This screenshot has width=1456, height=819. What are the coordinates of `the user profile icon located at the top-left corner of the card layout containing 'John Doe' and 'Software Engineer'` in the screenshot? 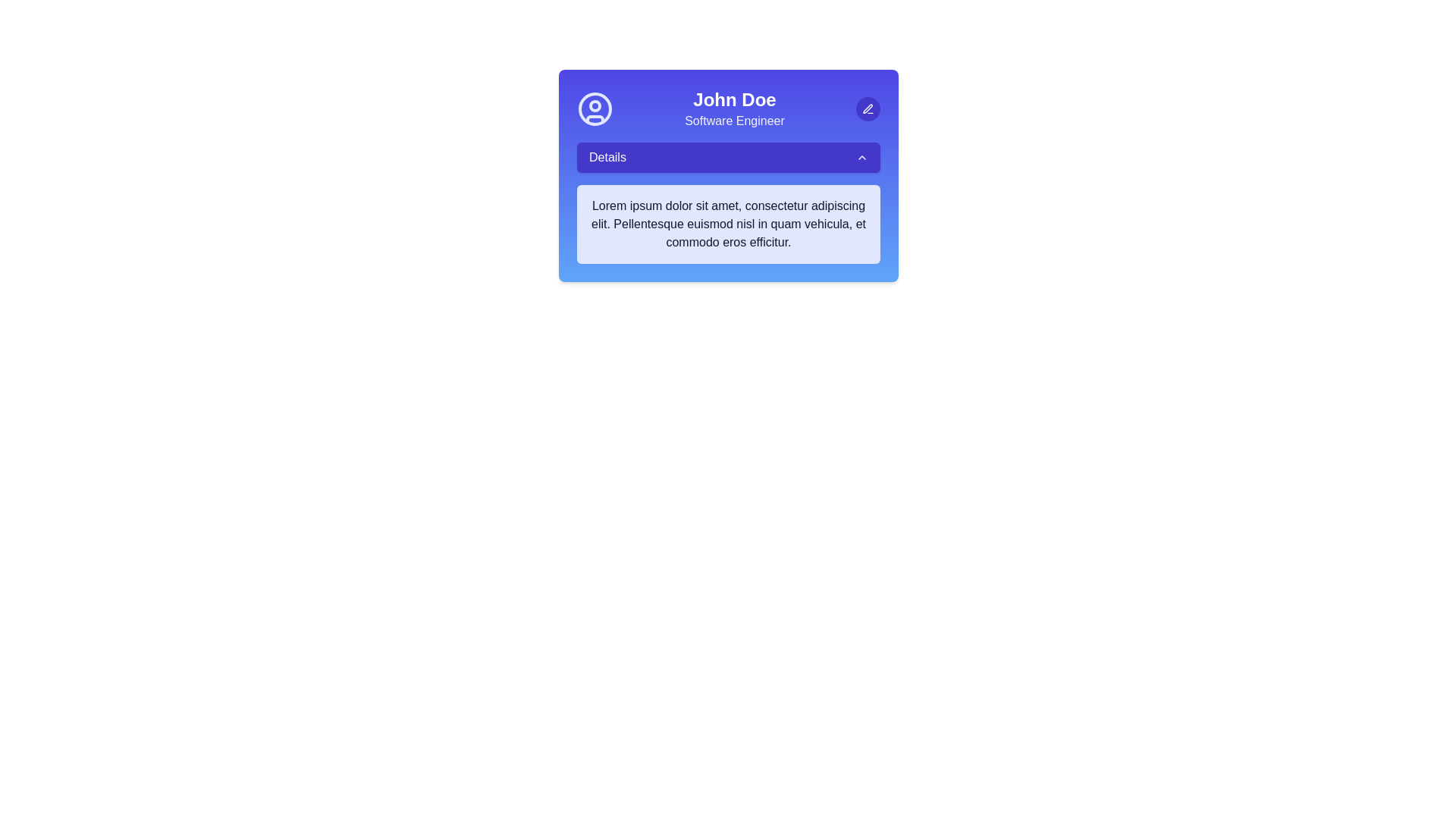 It's located at (595, 108).